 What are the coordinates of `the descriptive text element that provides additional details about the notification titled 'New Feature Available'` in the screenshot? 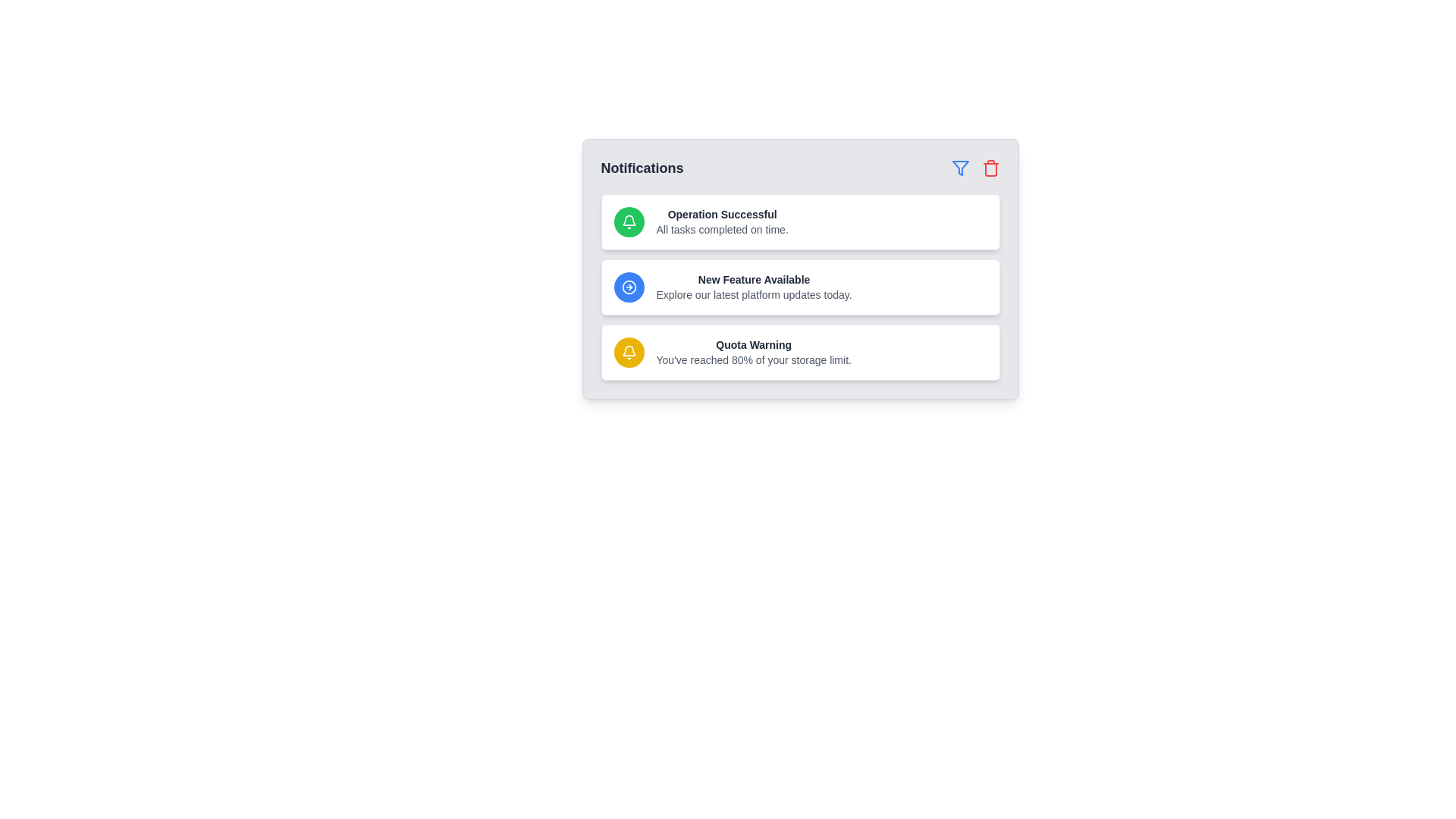 It's located at (754, 295).